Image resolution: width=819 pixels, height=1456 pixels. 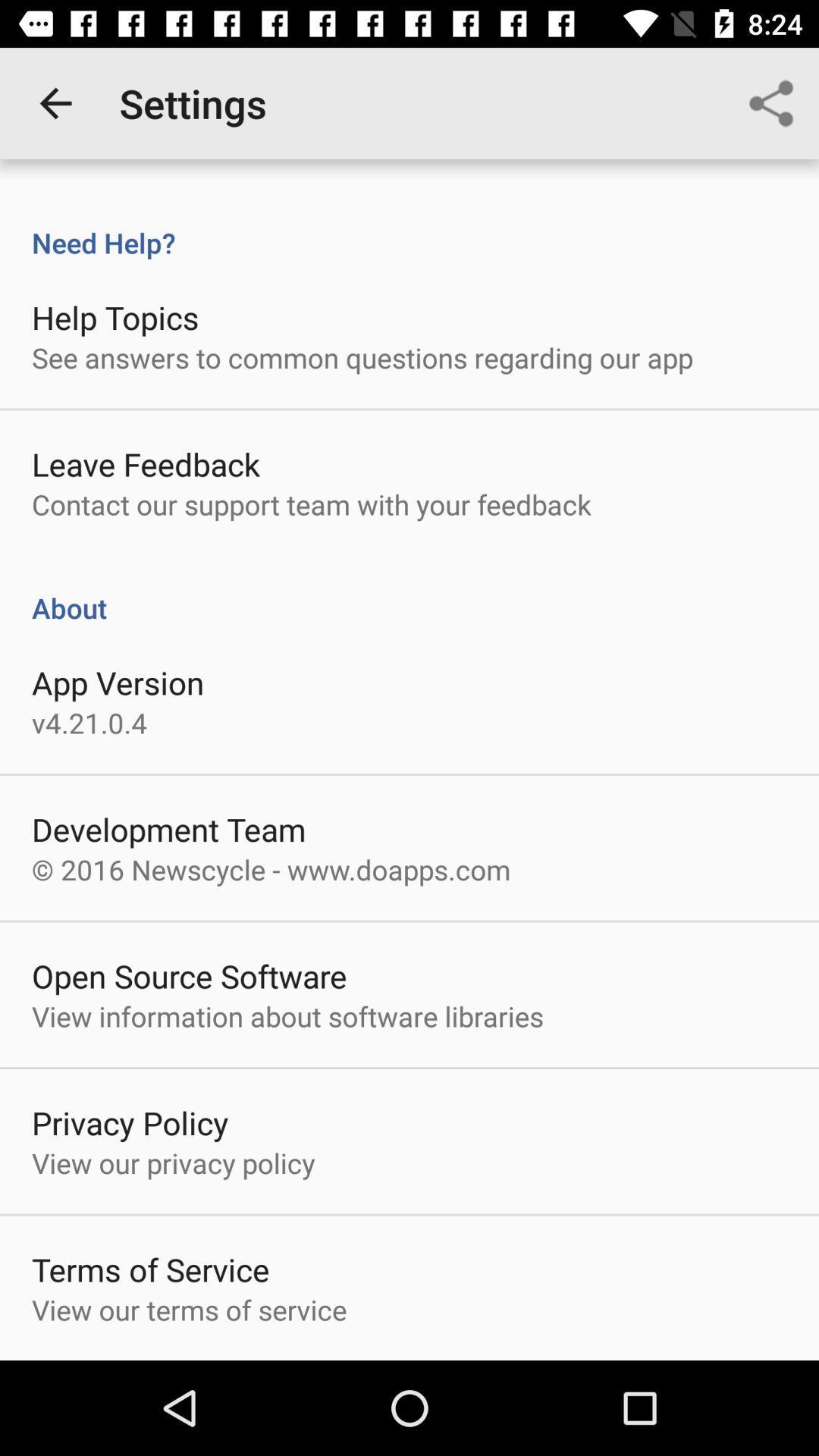 I want to click on app to the right of the settings, so click(x=771, y=102).